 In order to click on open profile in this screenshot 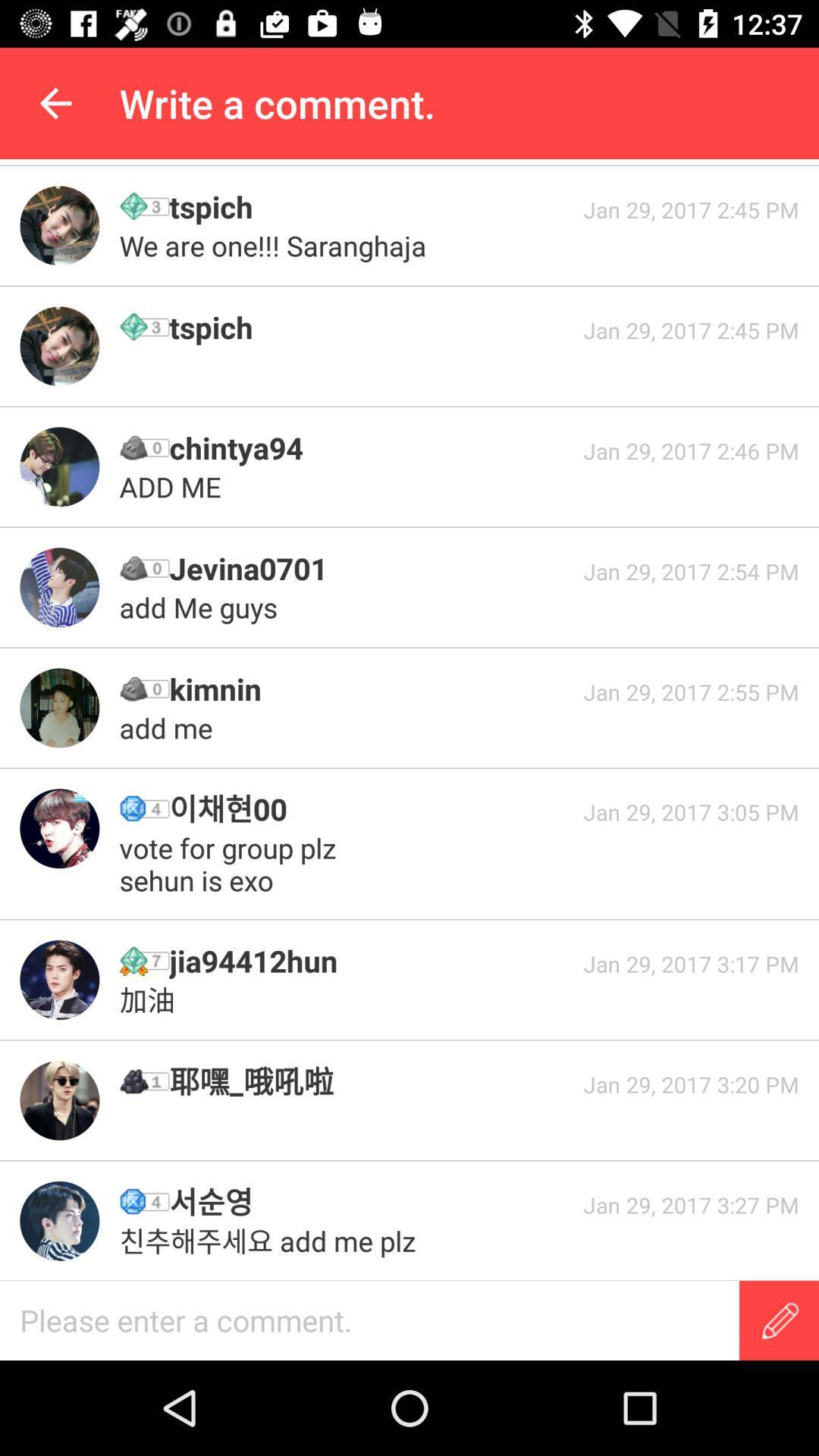, I will do `click(58, 1100)`.